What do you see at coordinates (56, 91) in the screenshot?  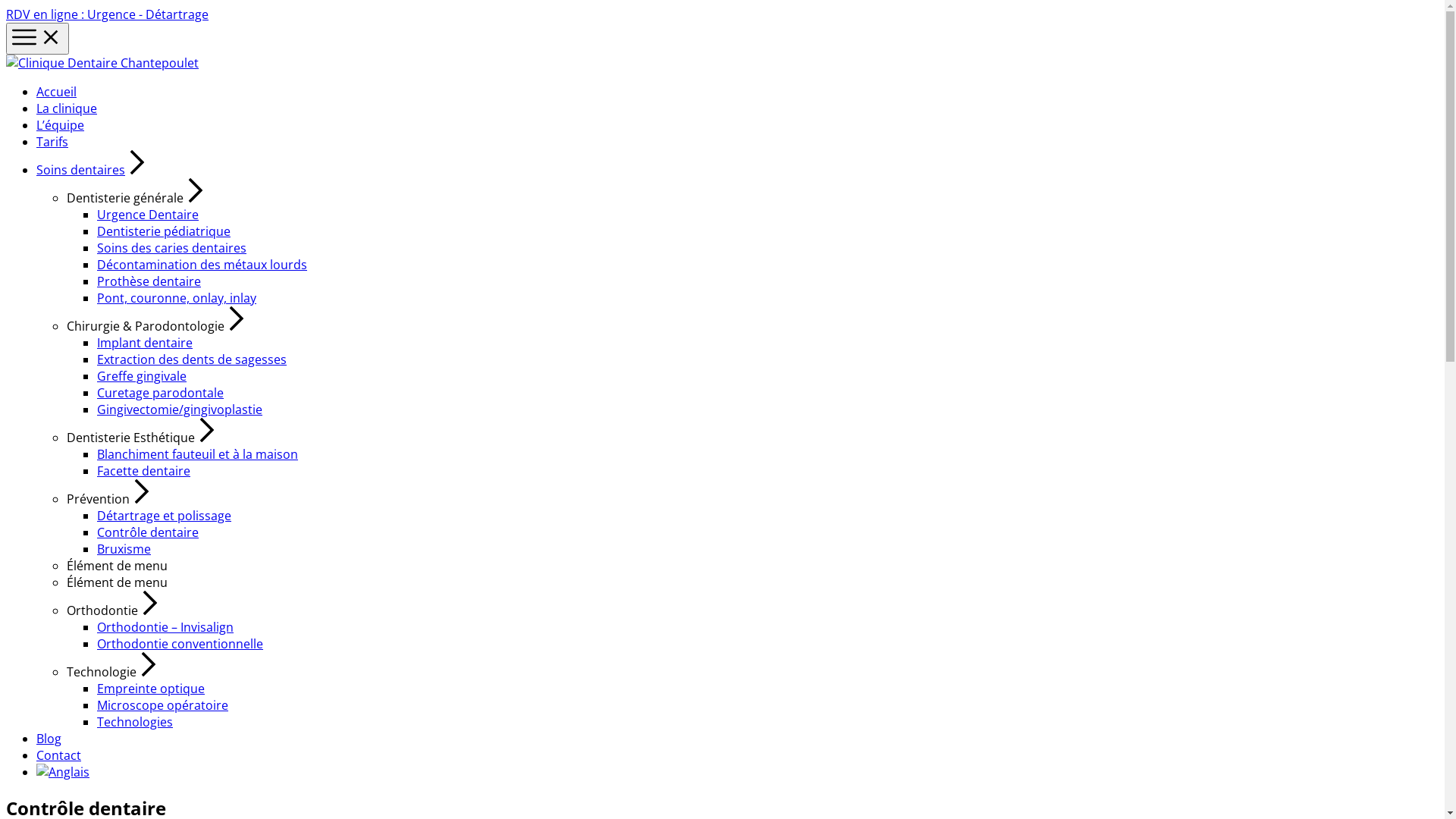 I see `'Accueil'` at bounding box center [56, 91].